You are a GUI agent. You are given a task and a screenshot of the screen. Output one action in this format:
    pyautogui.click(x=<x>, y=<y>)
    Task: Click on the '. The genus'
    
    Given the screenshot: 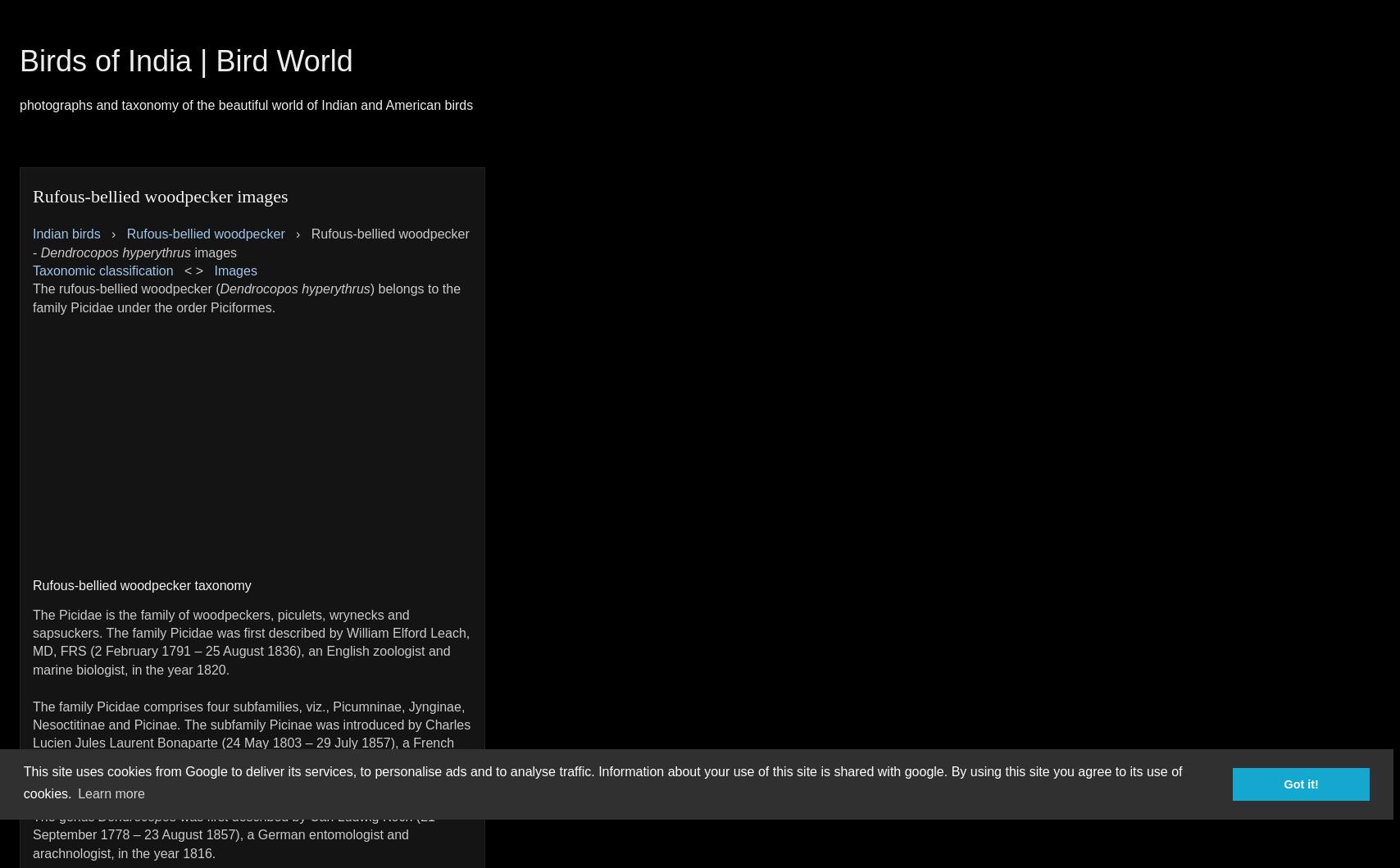 What is the action you would take?
    pyautogui.click(x=251, y=806)
    